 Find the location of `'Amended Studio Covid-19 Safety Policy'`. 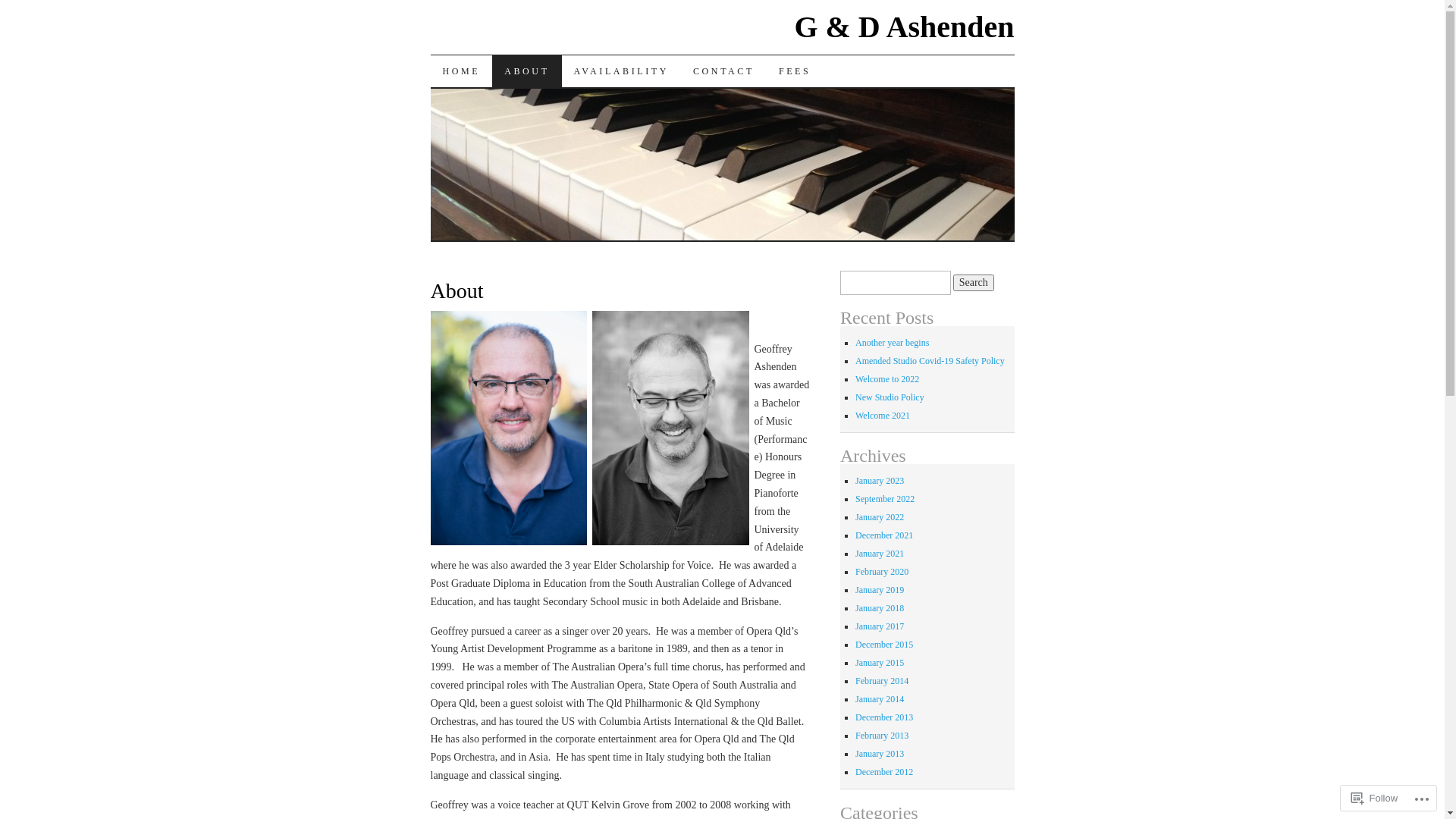

'Amended Studio Covid-19 Safety Policy' is located at coordinates (929, 360).